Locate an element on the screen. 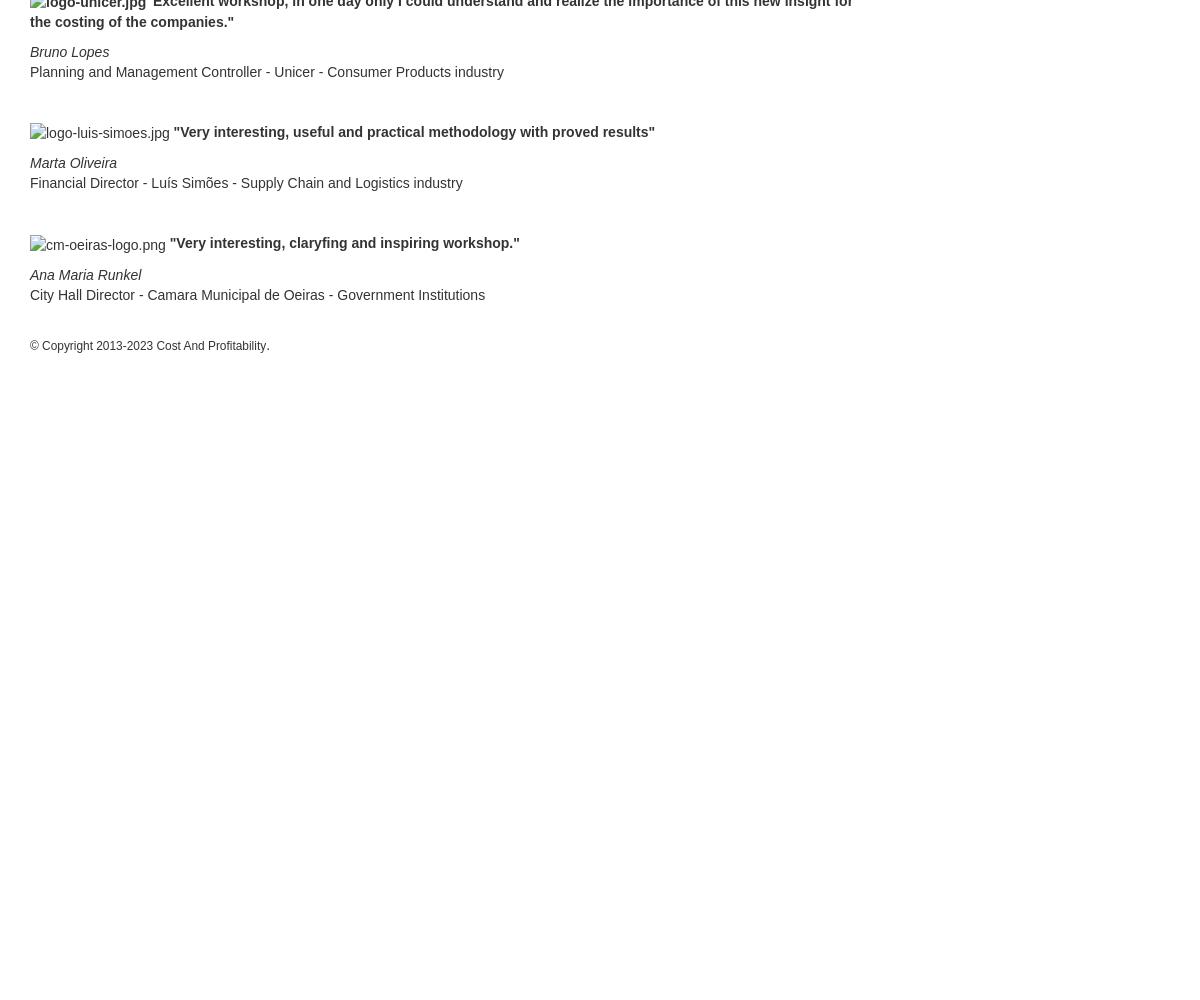 The height and width of the screenshot is (1000, 1200). 'Planning and Management Controller - Unicer - Consumer Products industry' is located at coordinates (30, 71).